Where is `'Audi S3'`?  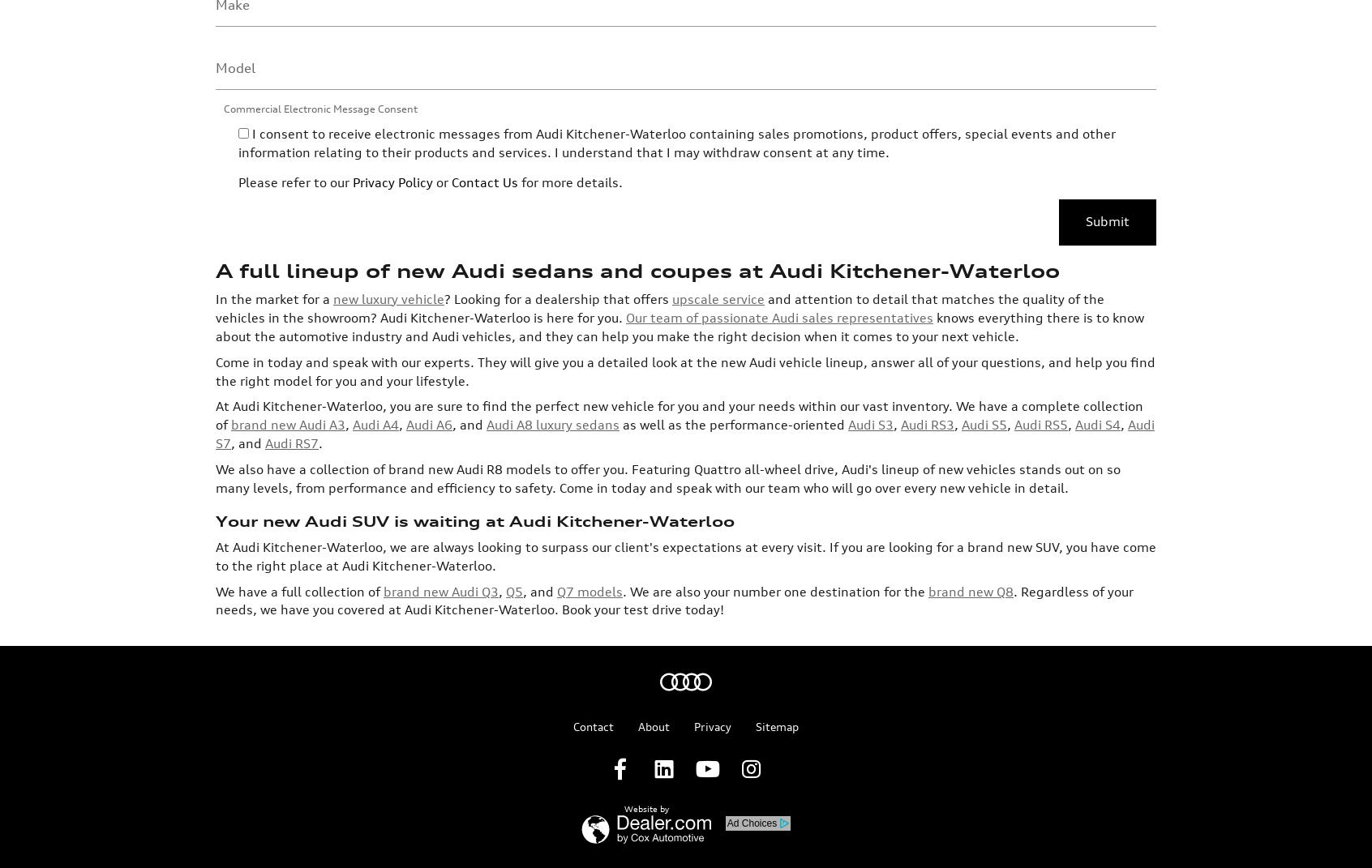 'Audi S3' is located at coordinates (871, 293).